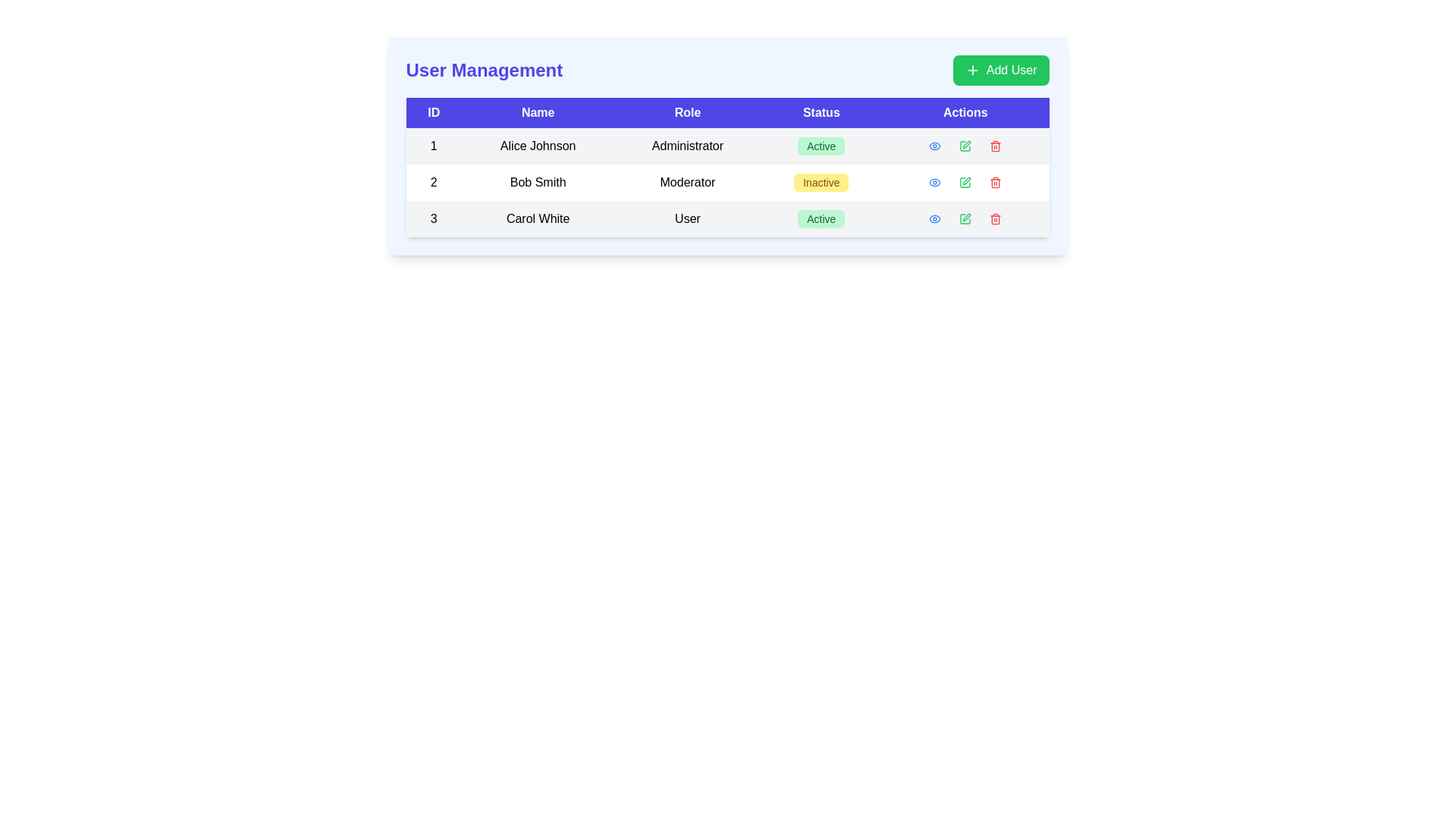 Image resolution: width=1456 pixels, height=819 pixels. What do you see at coordinates (996, 146) in the screenshot?
I see `the deletion button, which is the third button aligned to the right within the 'Actions' column of the first row in the user management table` at bounding box center [996, 146].